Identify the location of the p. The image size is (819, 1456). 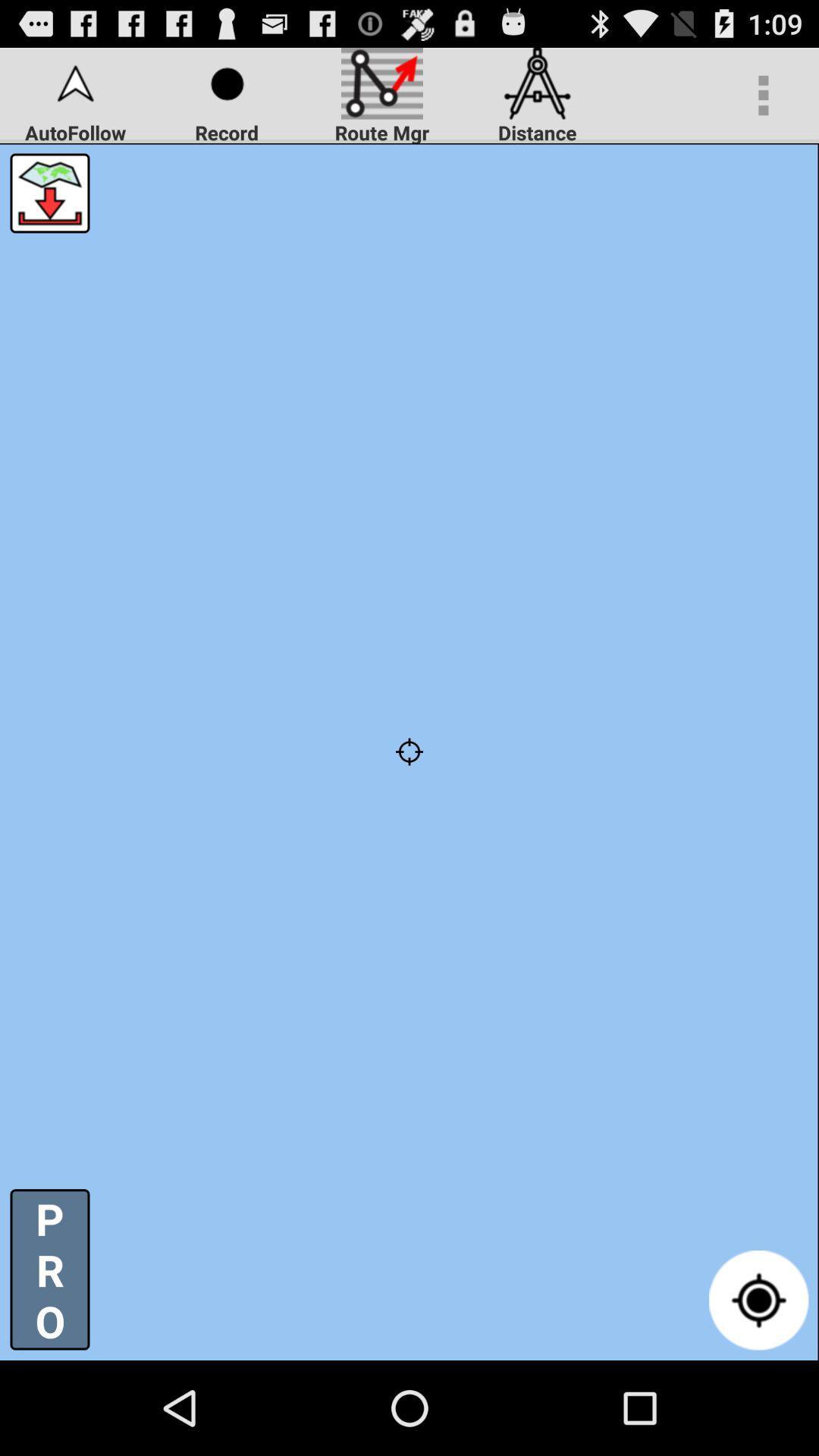
(49, 1269).